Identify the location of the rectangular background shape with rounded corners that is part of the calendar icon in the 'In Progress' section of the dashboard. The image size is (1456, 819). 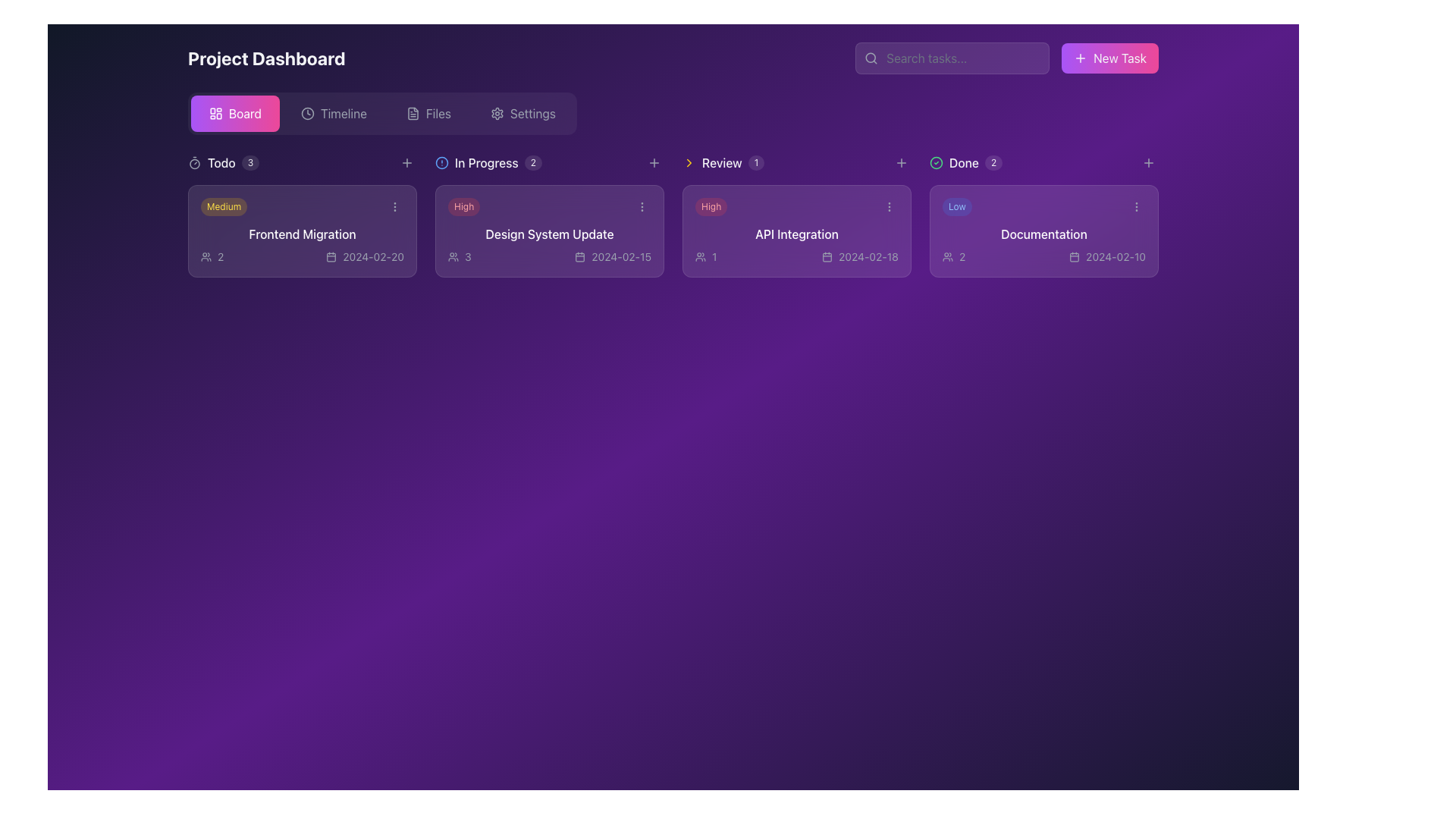
(579, 256).